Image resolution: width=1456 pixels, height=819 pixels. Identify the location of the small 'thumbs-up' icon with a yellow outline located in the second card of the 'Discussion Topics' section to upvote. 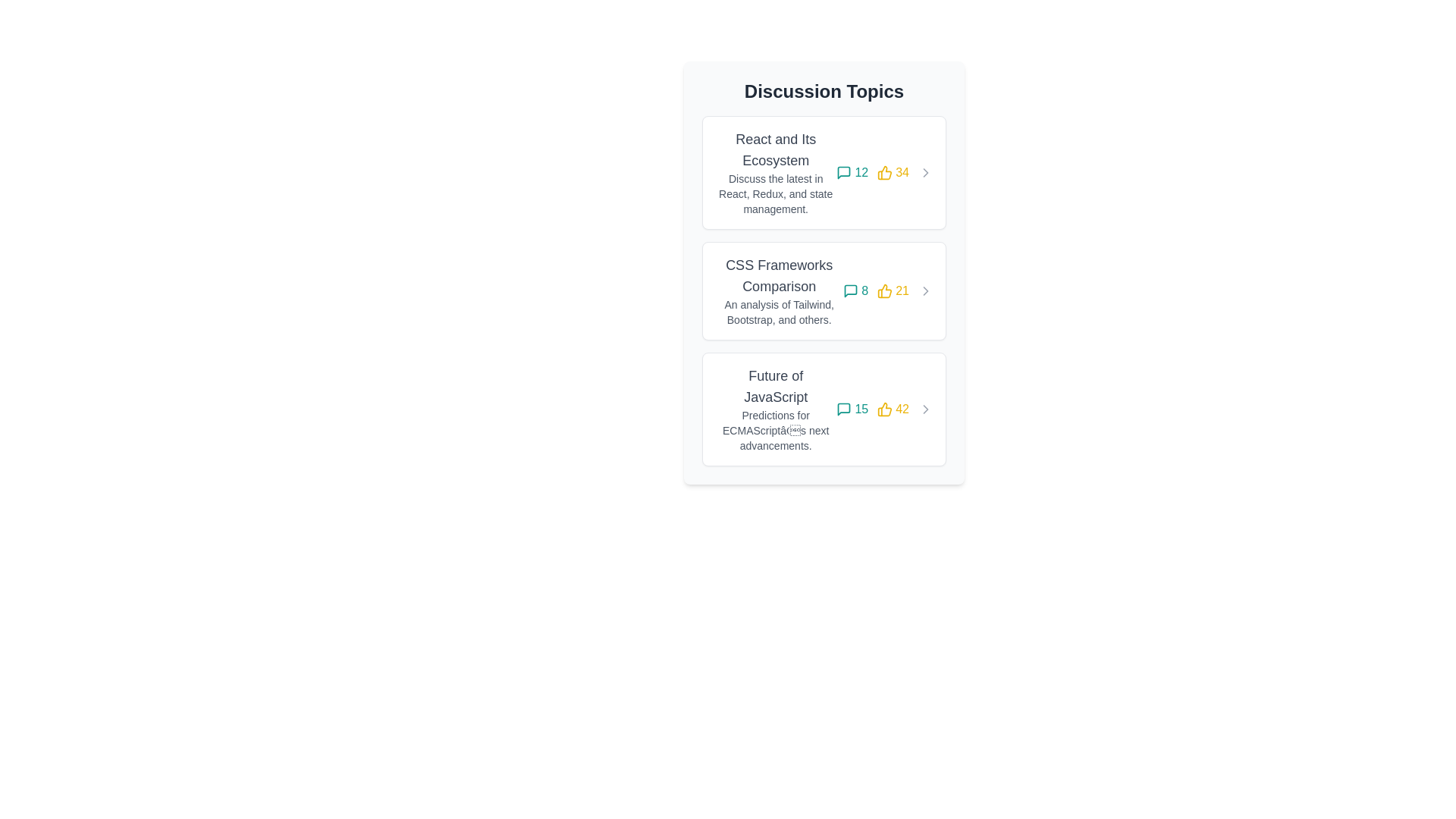
(885, 291).